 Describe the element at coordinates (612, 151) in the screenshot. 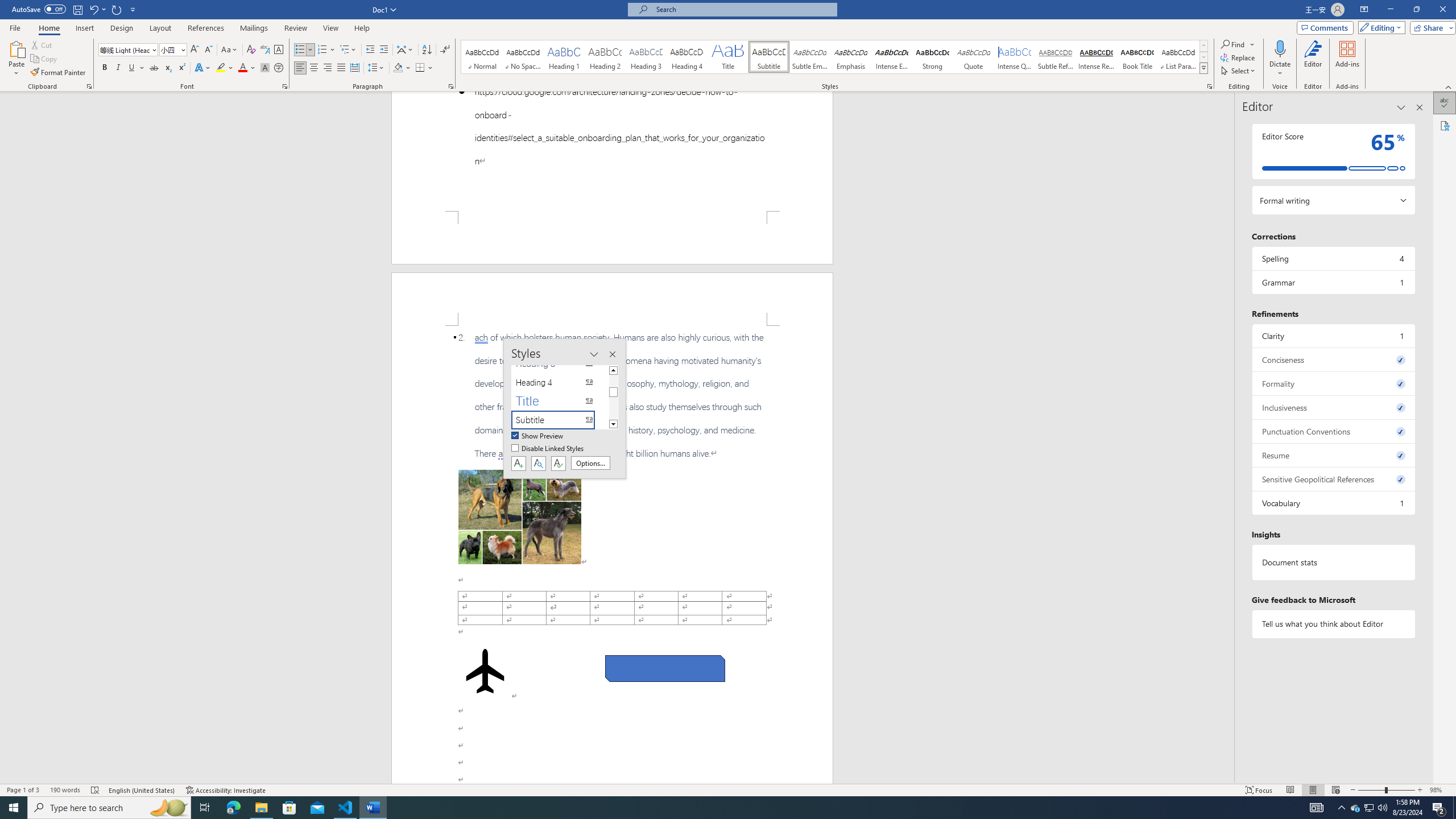

I see `'Page 1 content'` at that location.